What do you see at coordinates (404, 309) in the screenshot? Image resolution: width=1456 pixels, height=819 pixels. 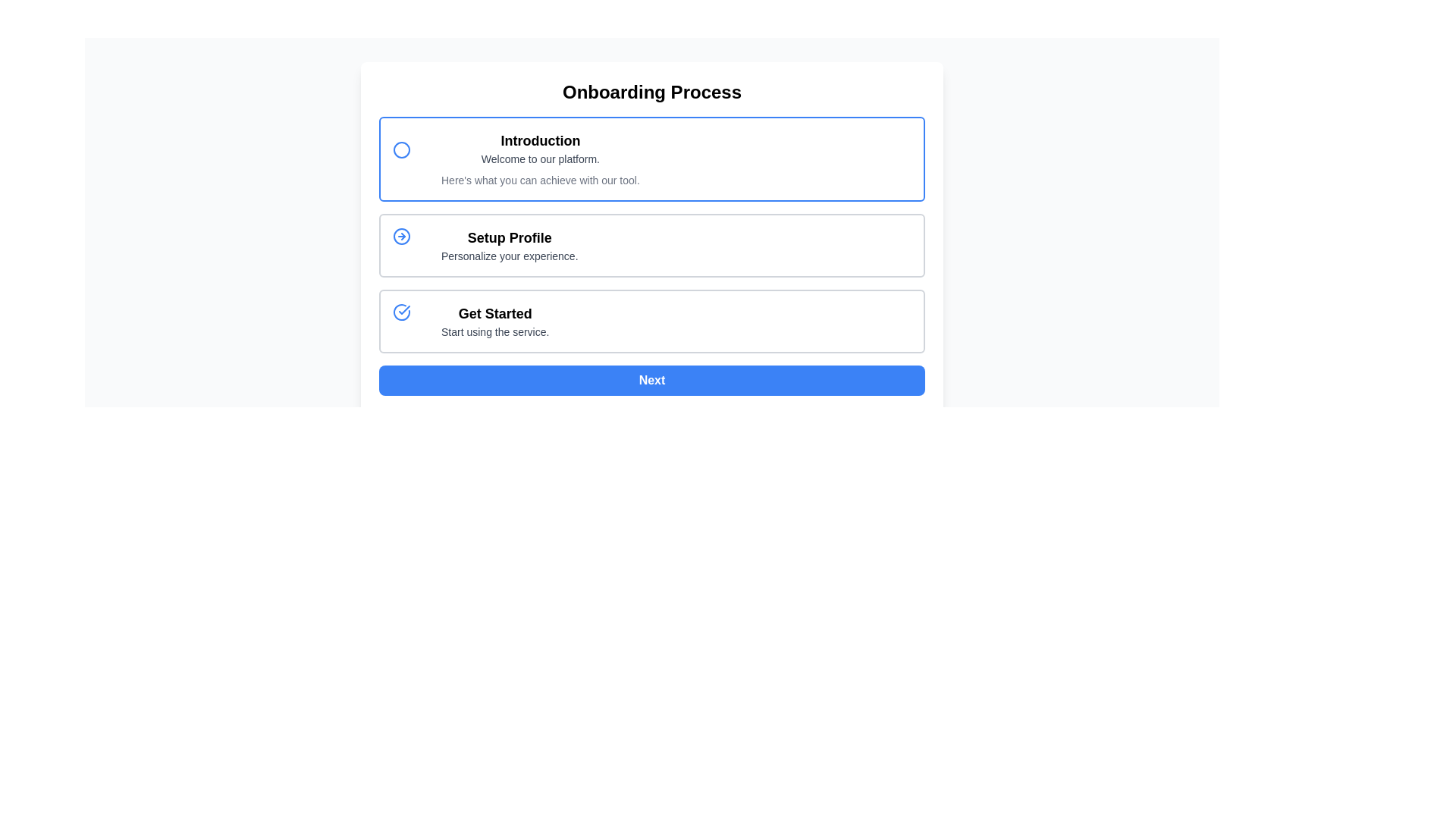 I see `the checkmark icon within a circle located in the third section labeled 'Get Started' in the interface` at bounding box center [404, 309].